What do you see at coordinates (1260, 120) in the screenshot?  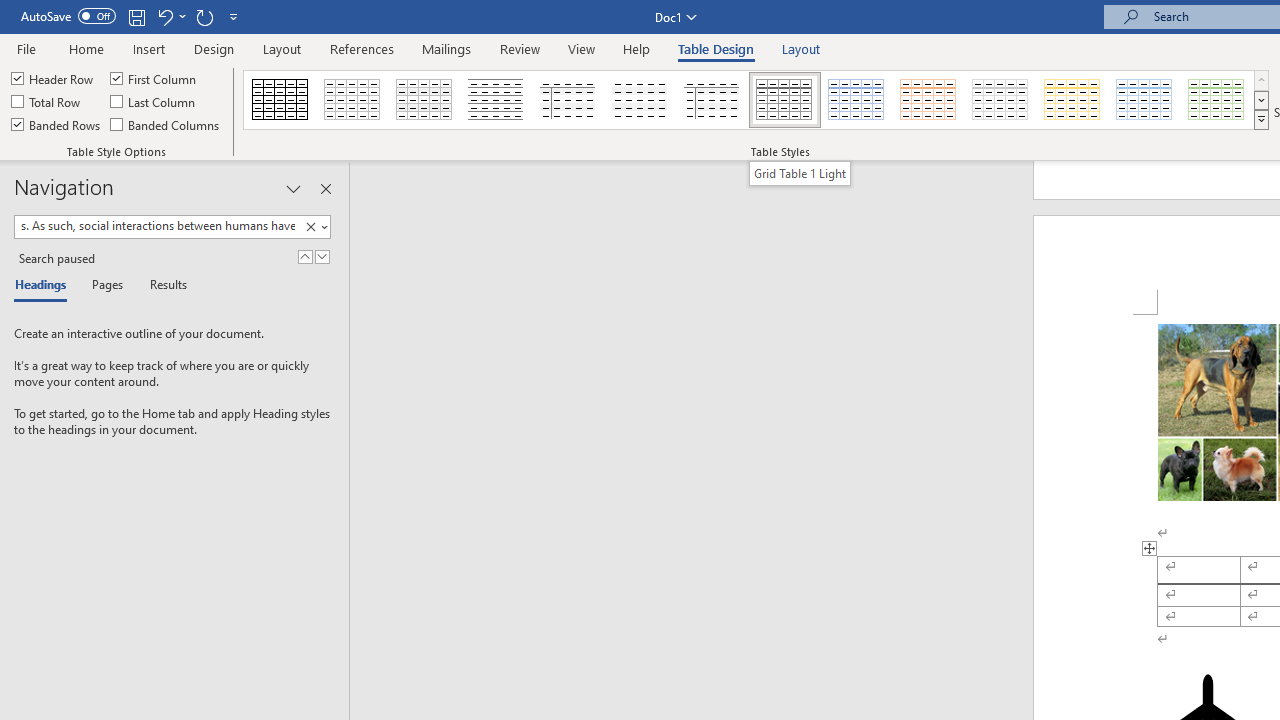 I see `'Table Styles'` at bounding box center [1260, 120].